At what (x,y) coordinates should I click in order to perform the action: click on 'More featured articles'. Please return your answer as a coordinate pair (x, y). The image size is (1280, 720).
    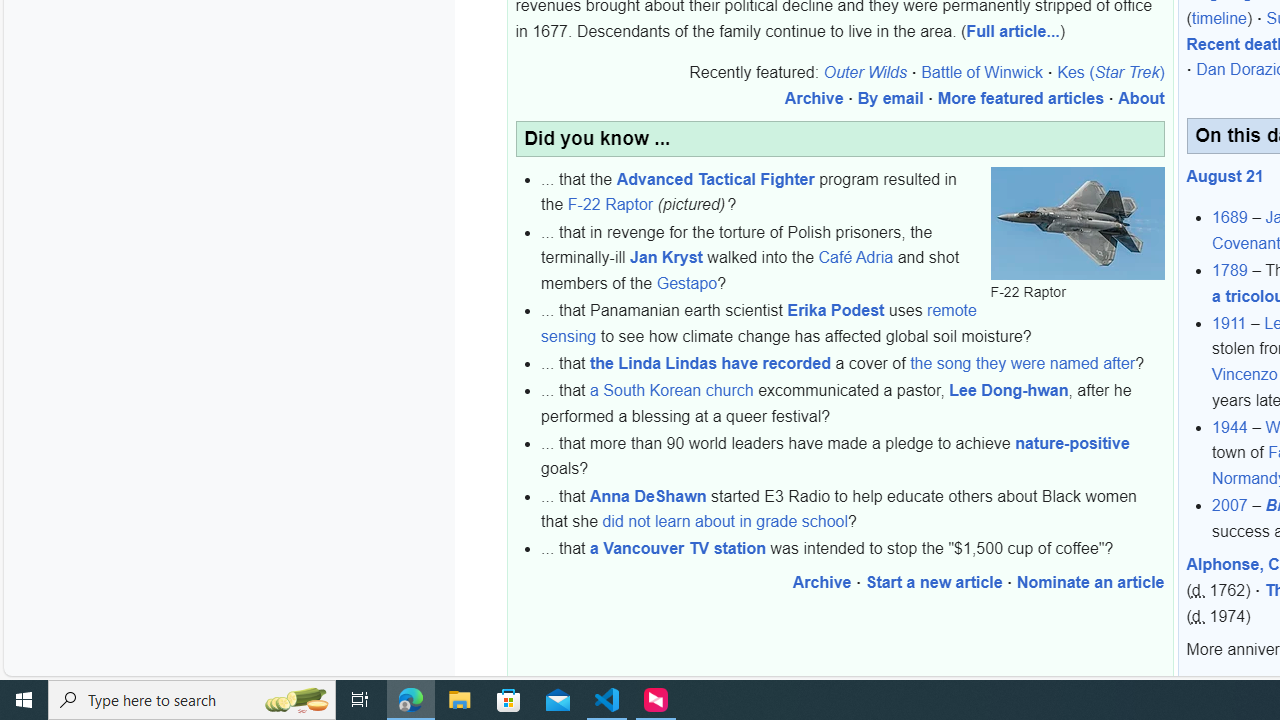
    Looking at the image, I should click on (1020, 99).